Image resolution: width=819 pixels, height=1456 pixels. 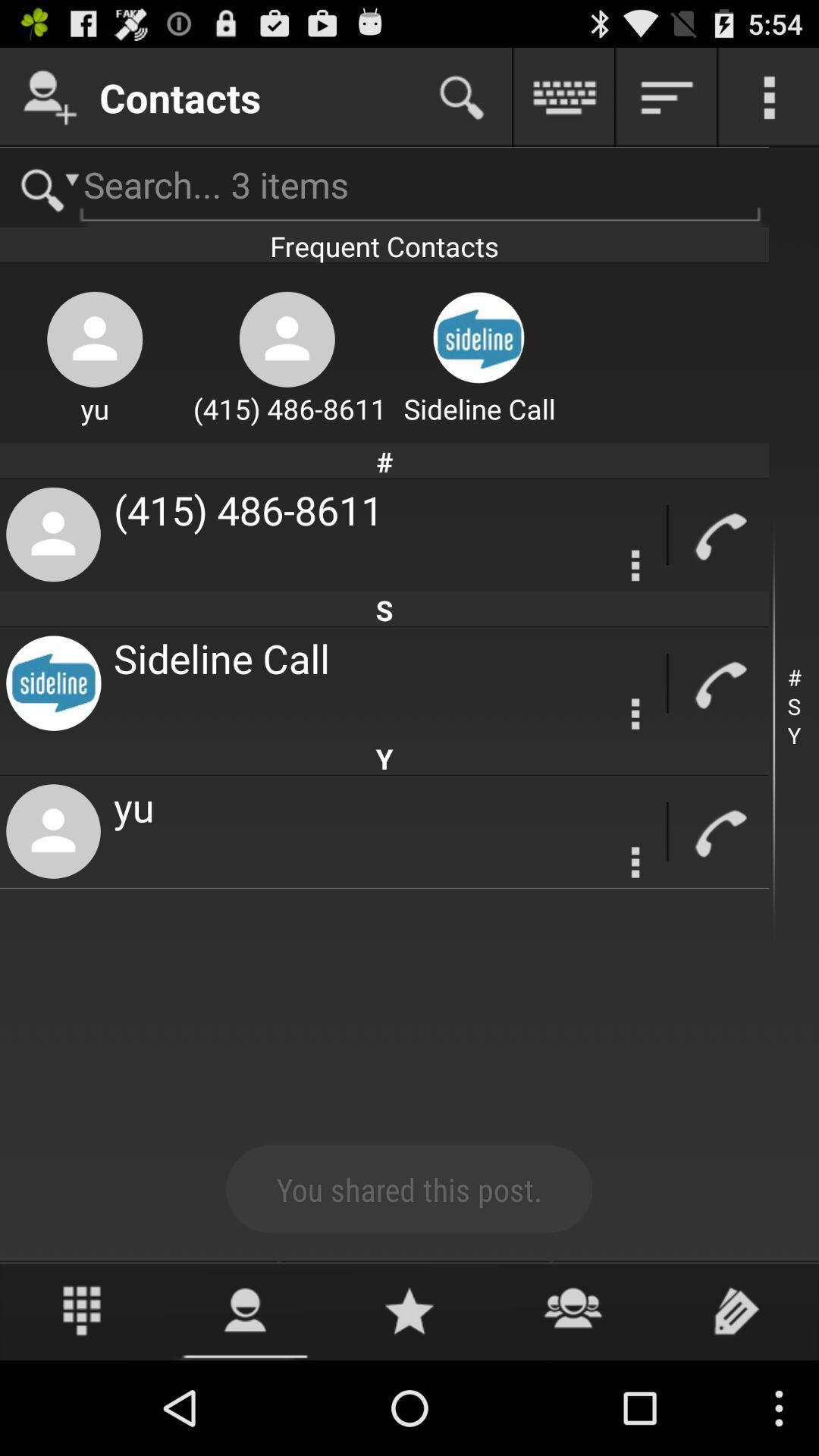 I want to click on call, so click(x=718, y=535).